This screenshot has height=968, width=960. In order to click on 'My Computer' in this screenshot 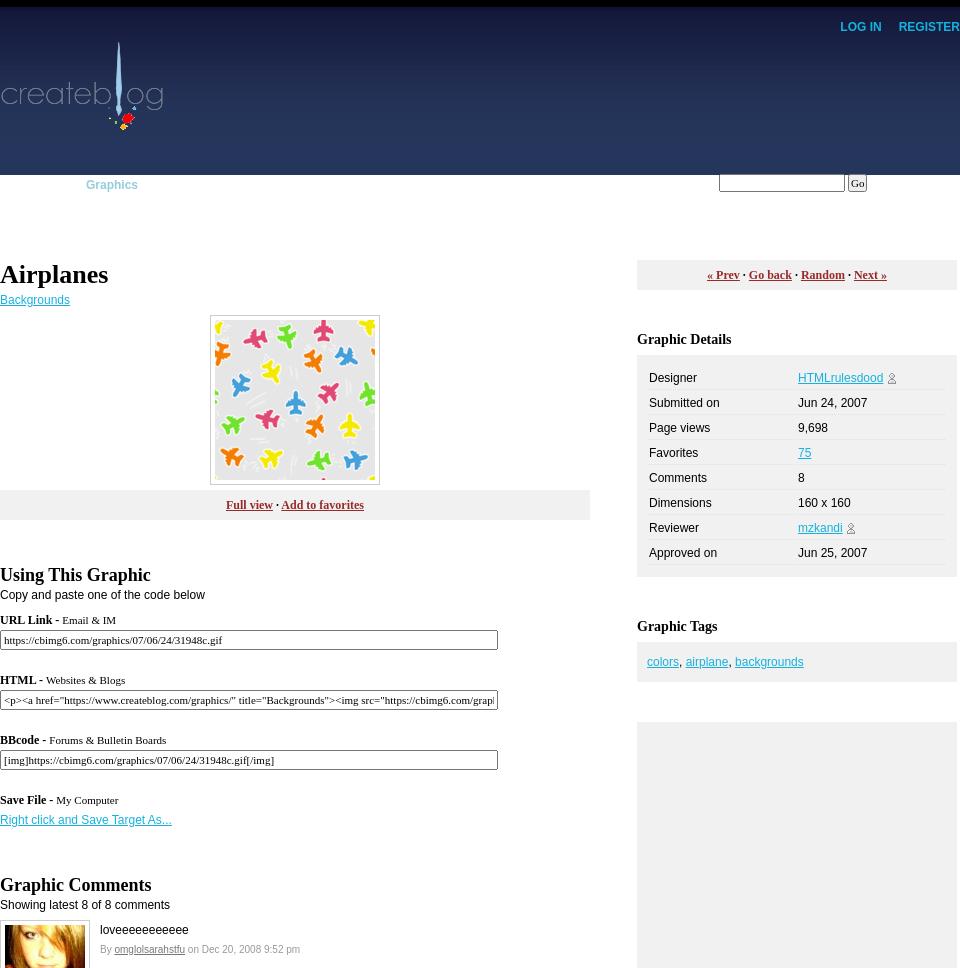, I will do `click(86, 798)`.